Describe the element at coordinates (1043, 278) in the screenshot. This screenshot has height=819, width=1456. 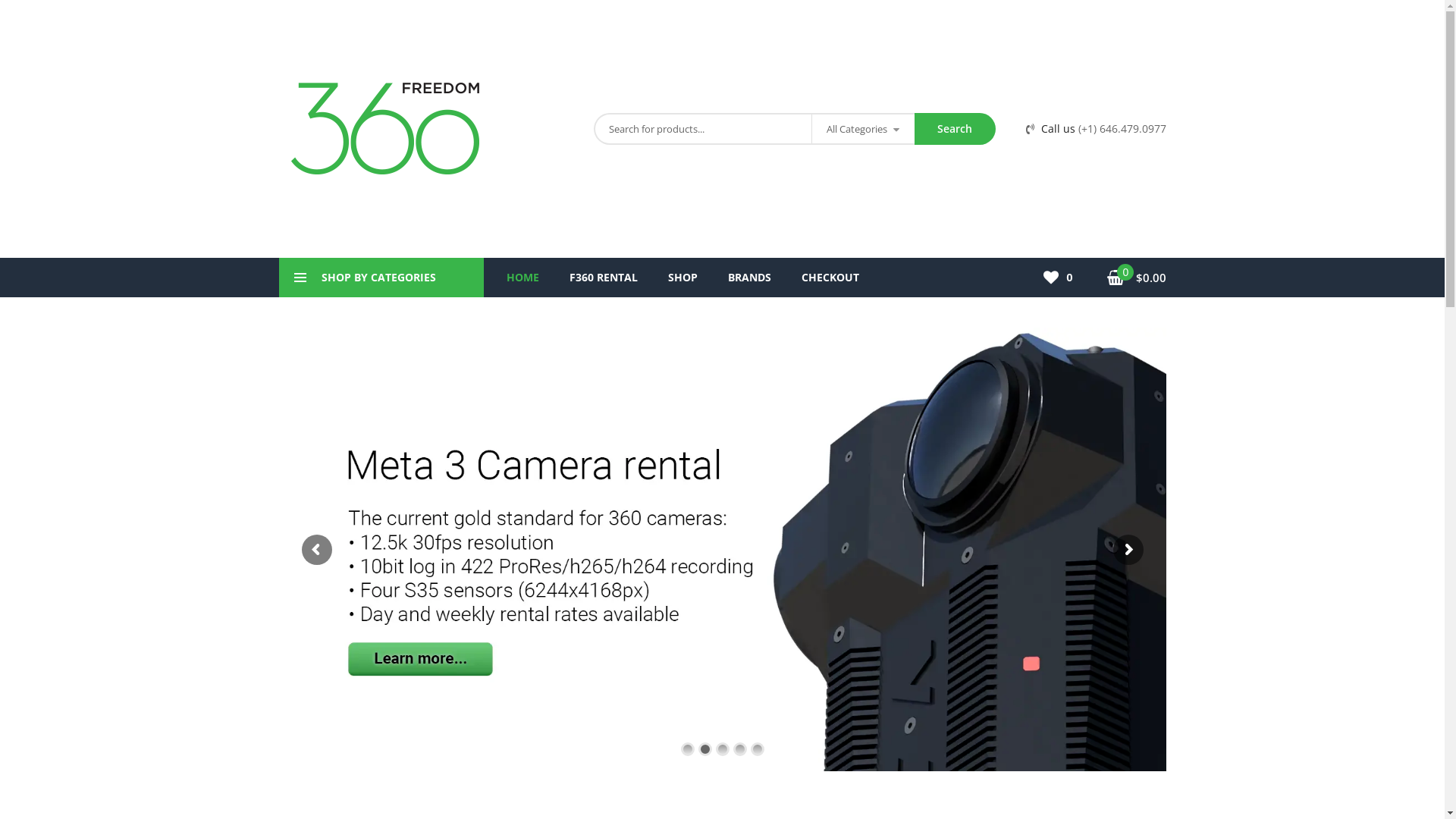
I see `'0'` at that location.